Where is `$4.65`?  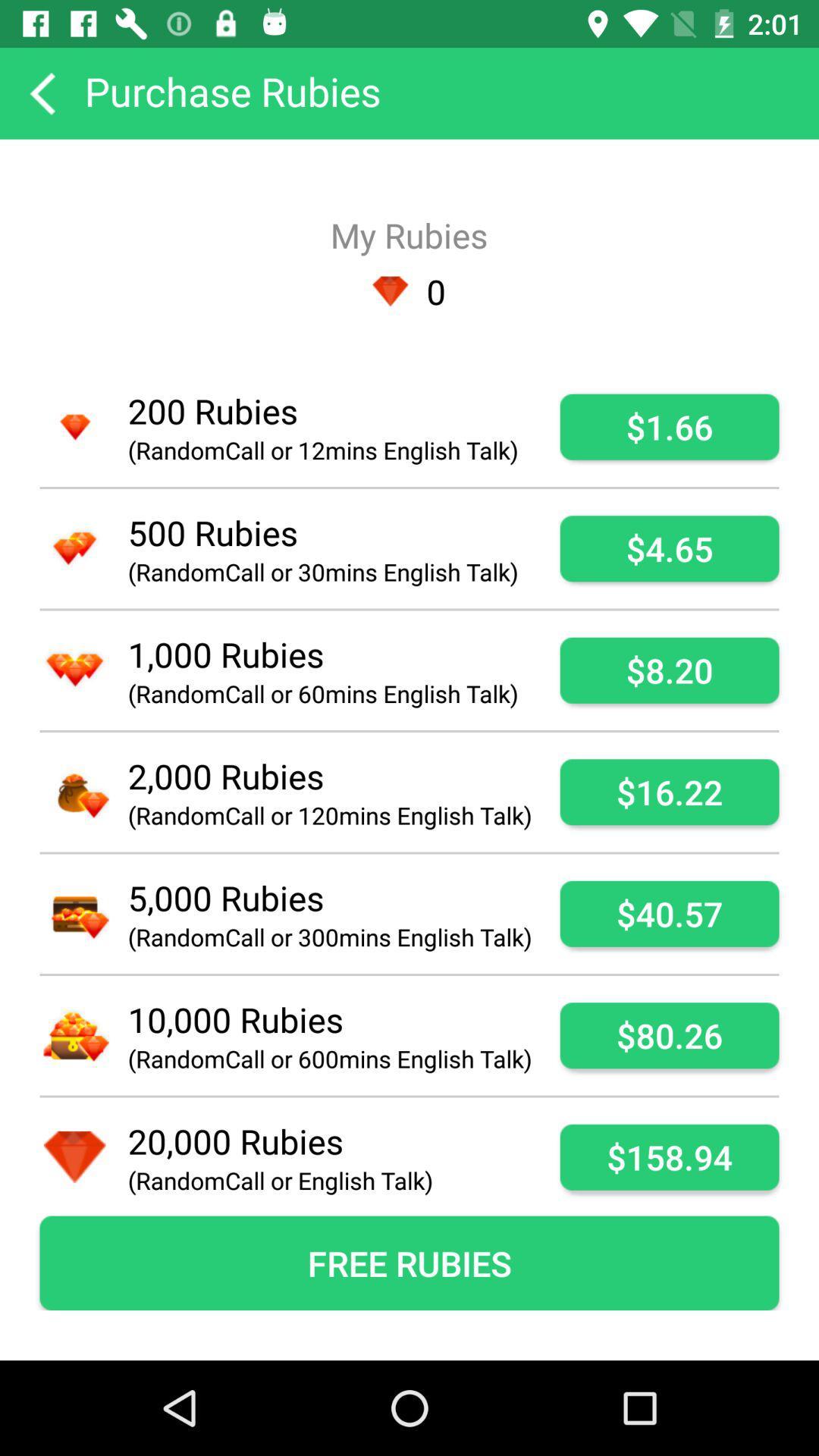
$4.65 is located at coordinates (669, 548).